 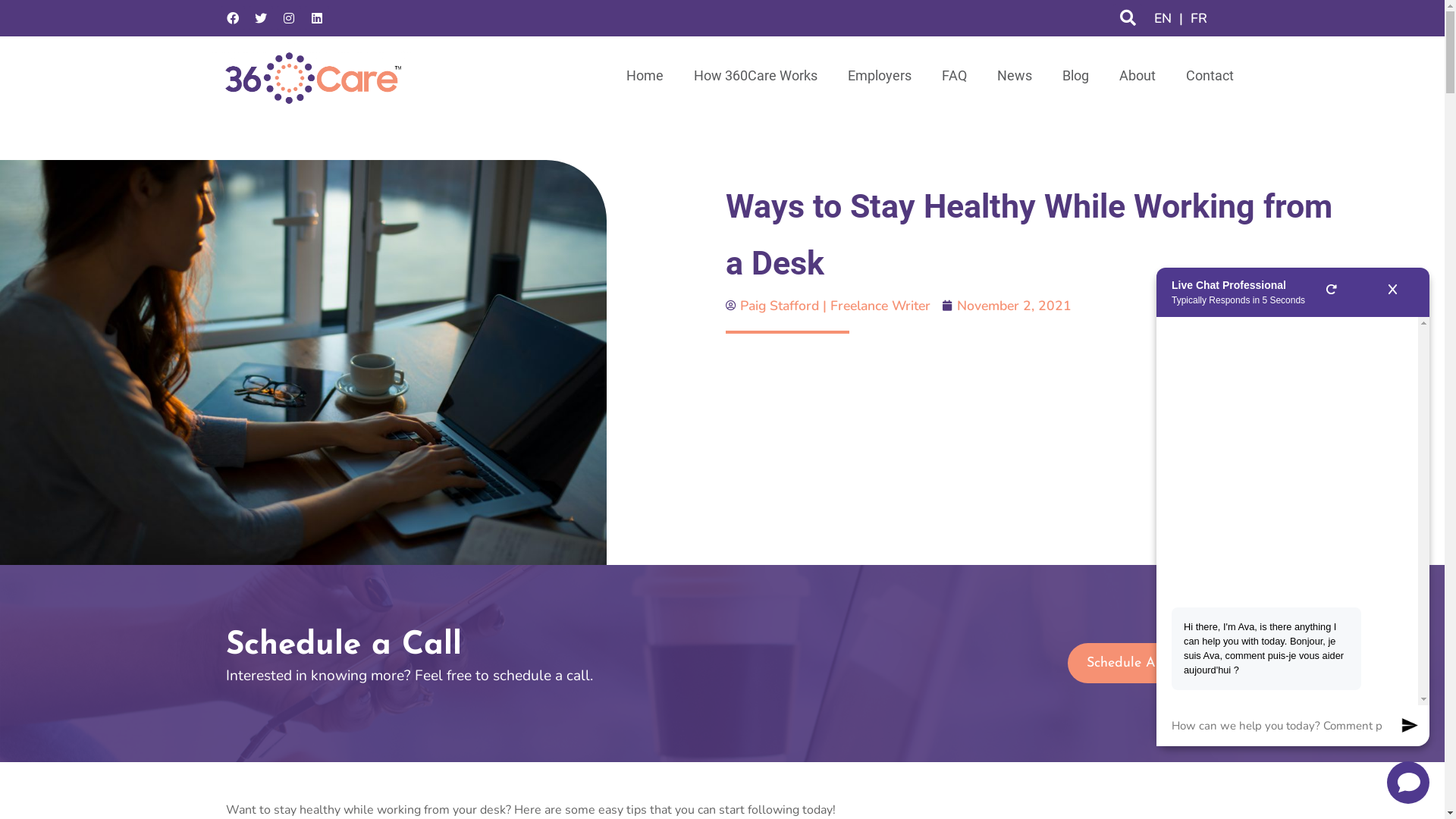 I want to click on '|', so click(x=1180, y=17).